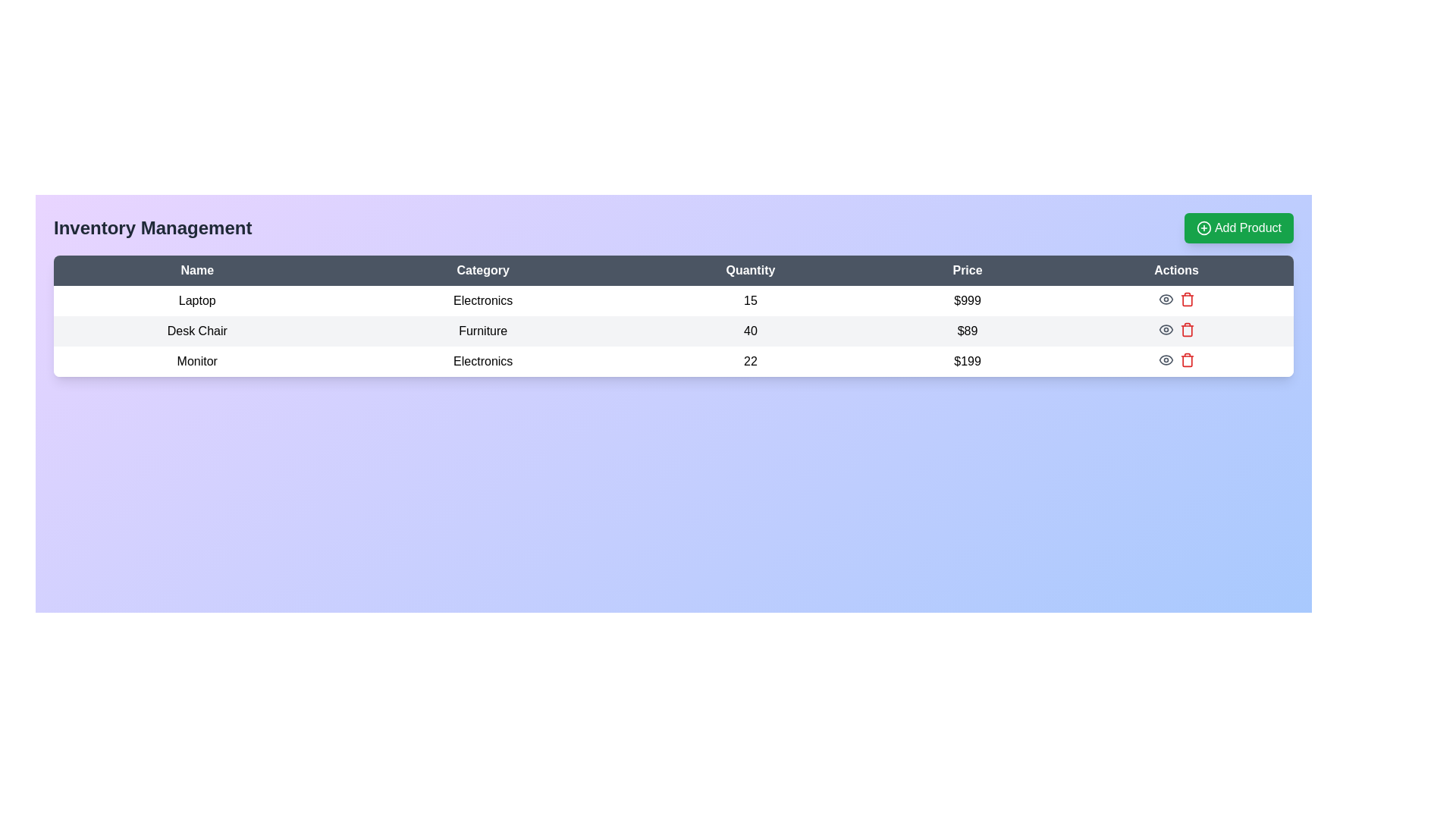  I want to click on text label that serves as the header for the 'Name' column in the table, located at the top-left of the table, above the first cell with the content 'Laptop', so click(196, 270).